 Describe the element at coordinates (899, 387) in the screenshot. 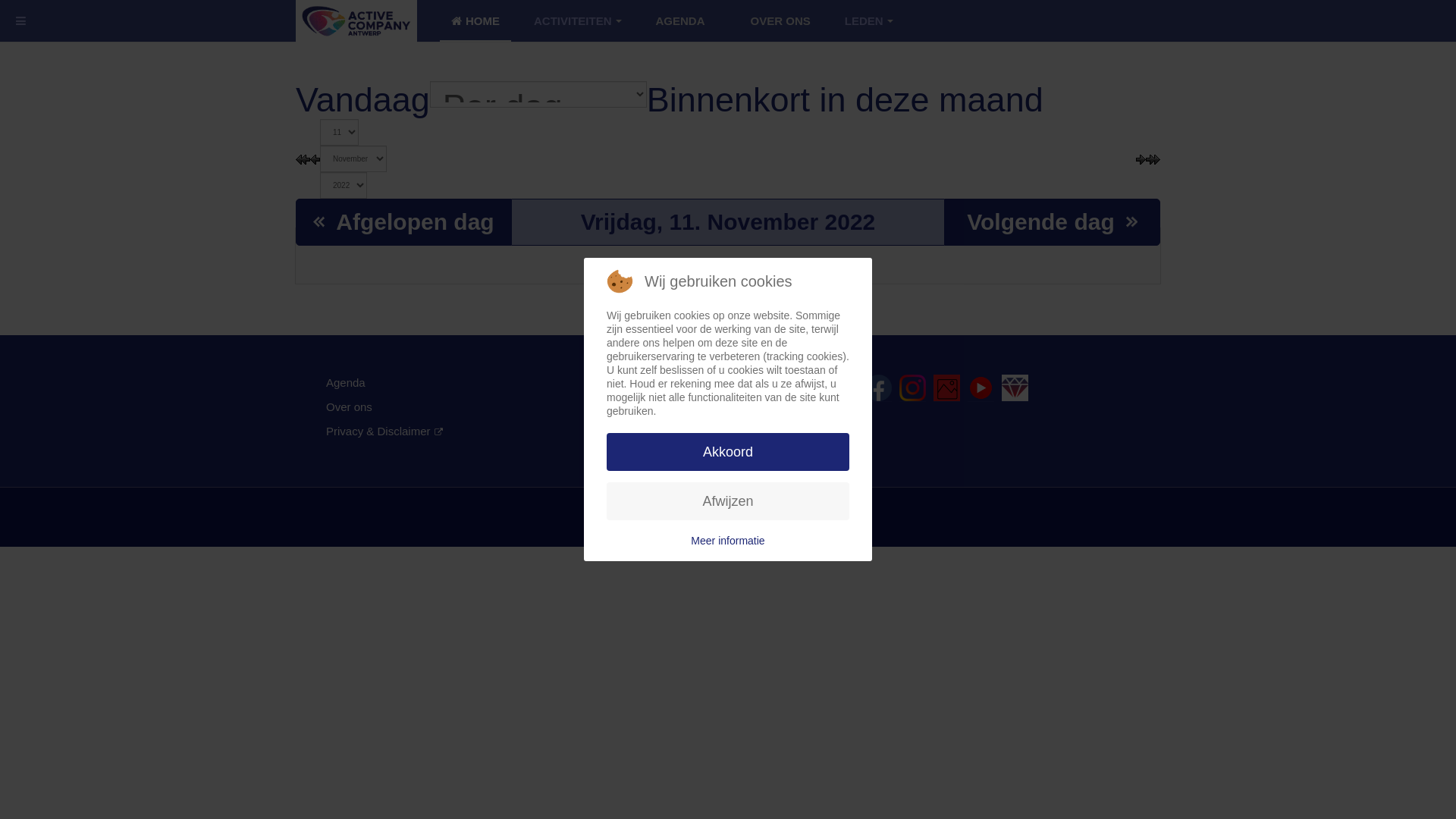

I see `'Instagram'` at that location.